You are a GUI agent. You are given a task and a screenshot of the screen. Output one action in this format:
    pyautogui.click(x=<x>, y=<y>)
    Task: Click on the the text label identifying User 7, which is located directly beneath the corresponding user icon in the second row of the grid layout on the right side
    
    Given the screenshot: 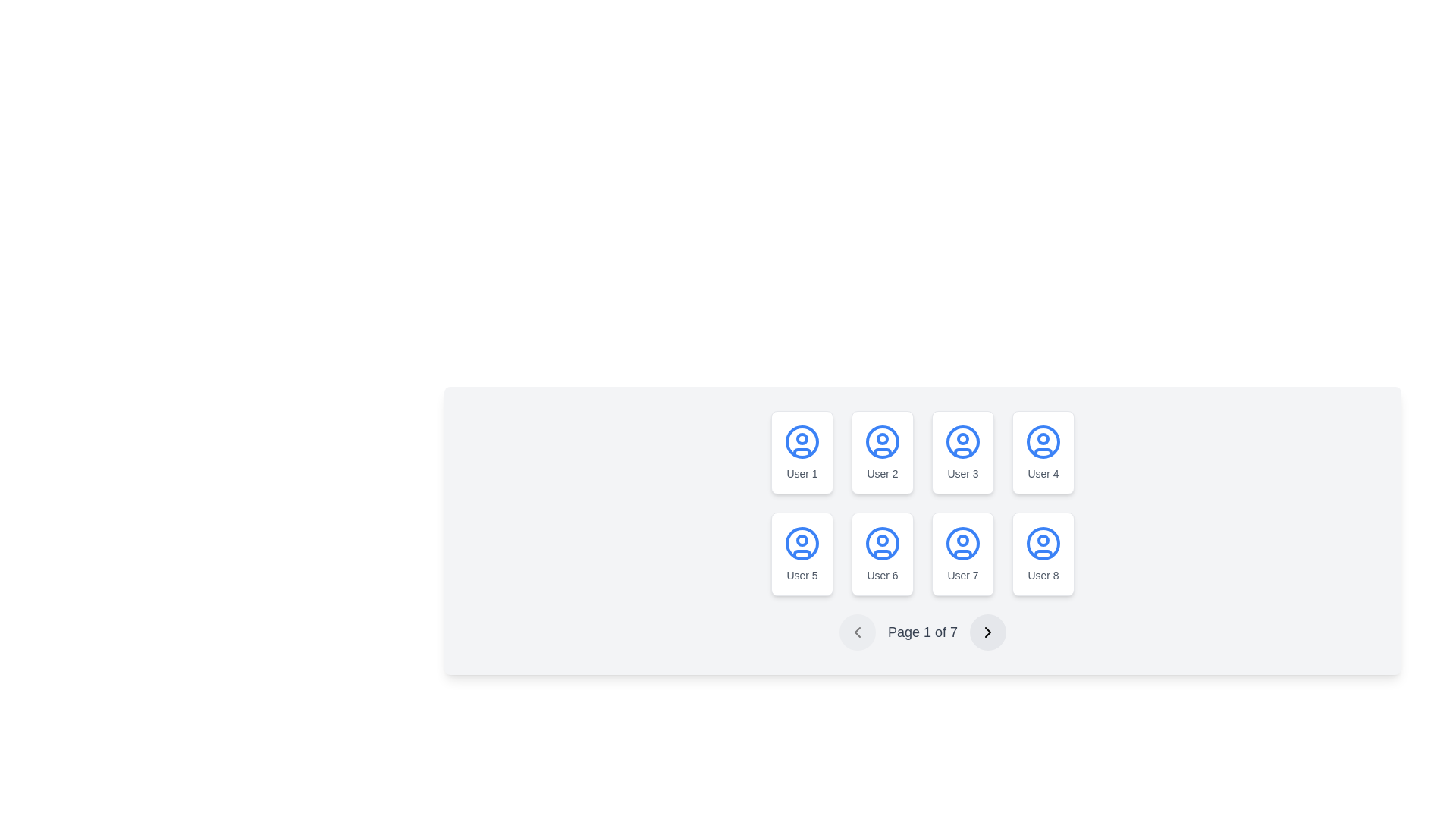 What is the action you would take?
    pyautogui.click(x=962, y=576)
    